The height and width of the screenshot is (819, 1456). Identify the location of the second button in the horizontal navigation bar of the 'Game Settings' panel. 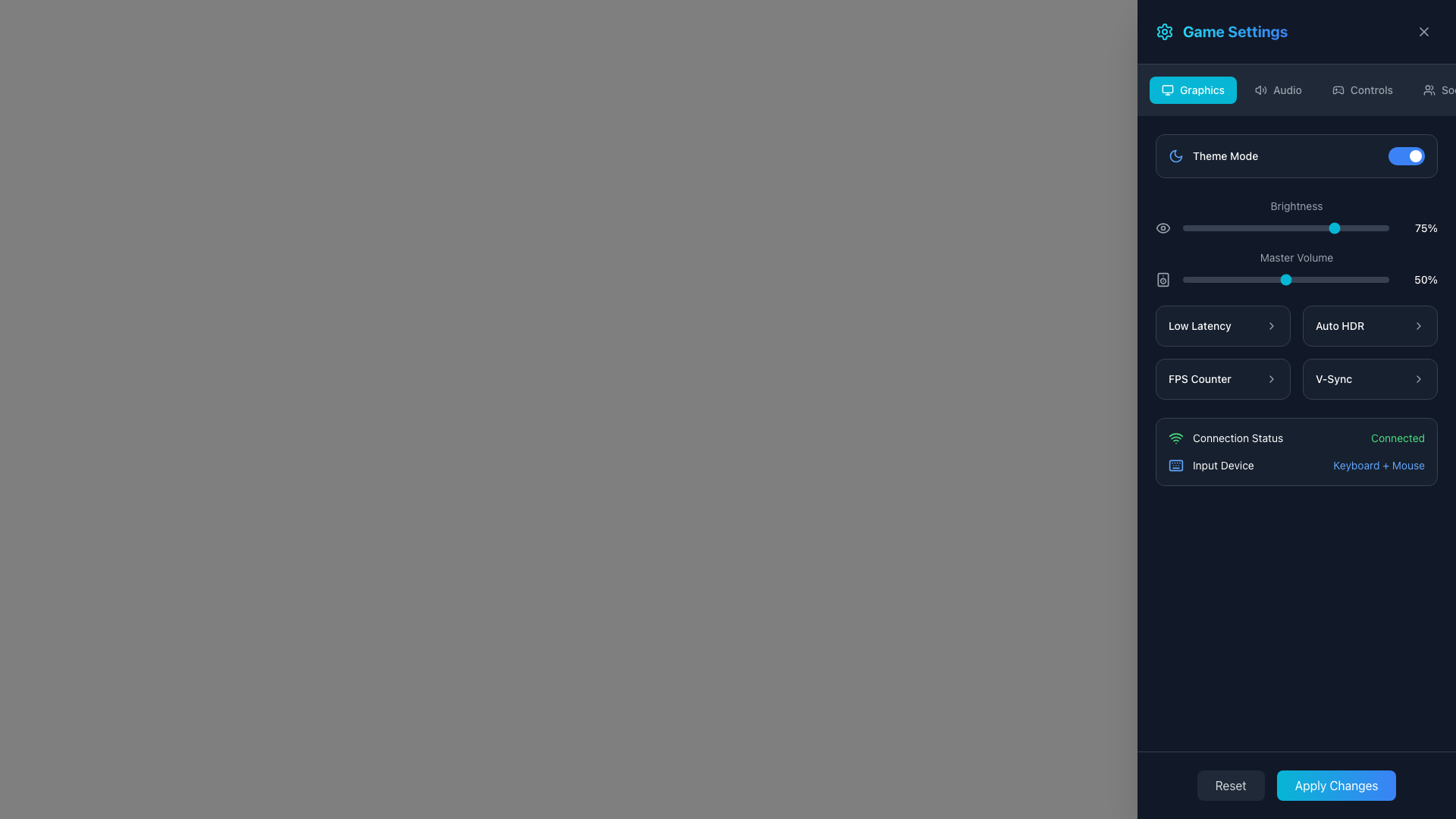
(1277, 90).